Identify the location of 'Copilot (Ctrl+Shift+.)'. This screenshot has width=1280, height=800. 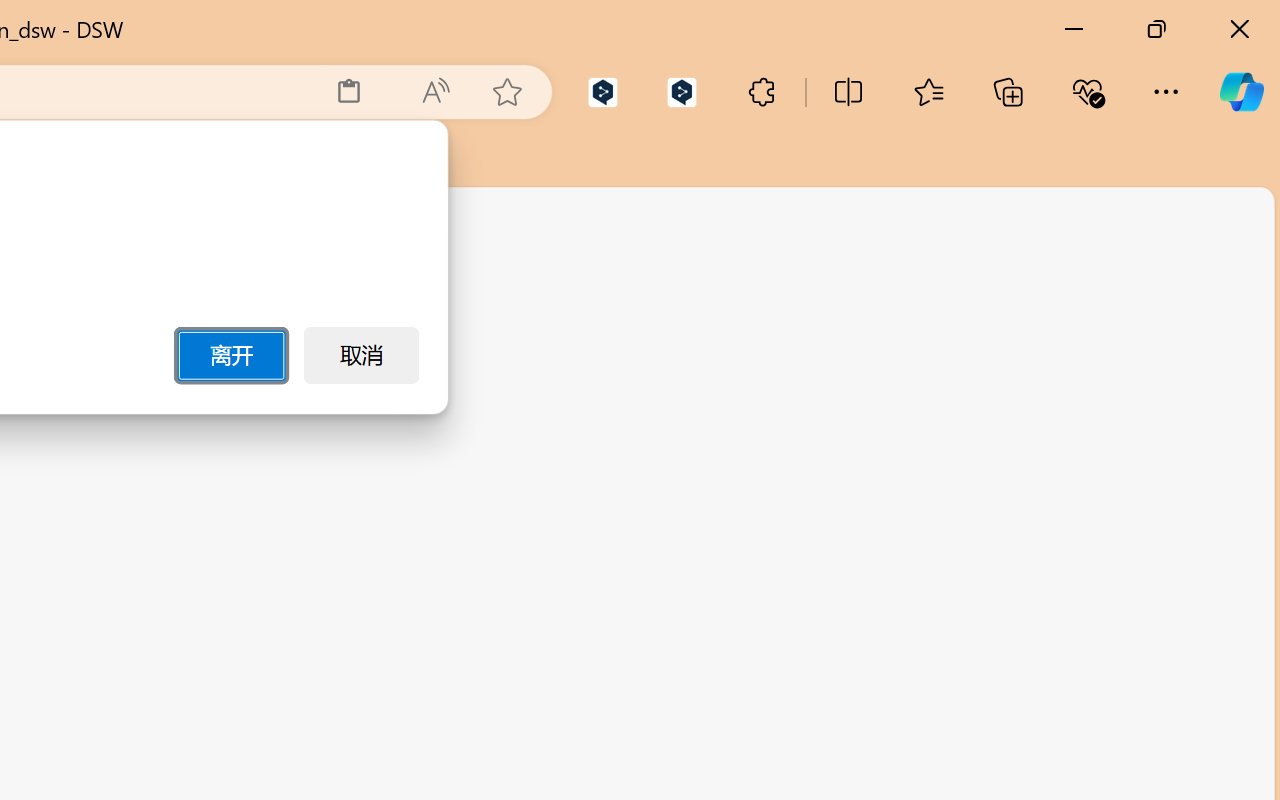
(1240, 91).